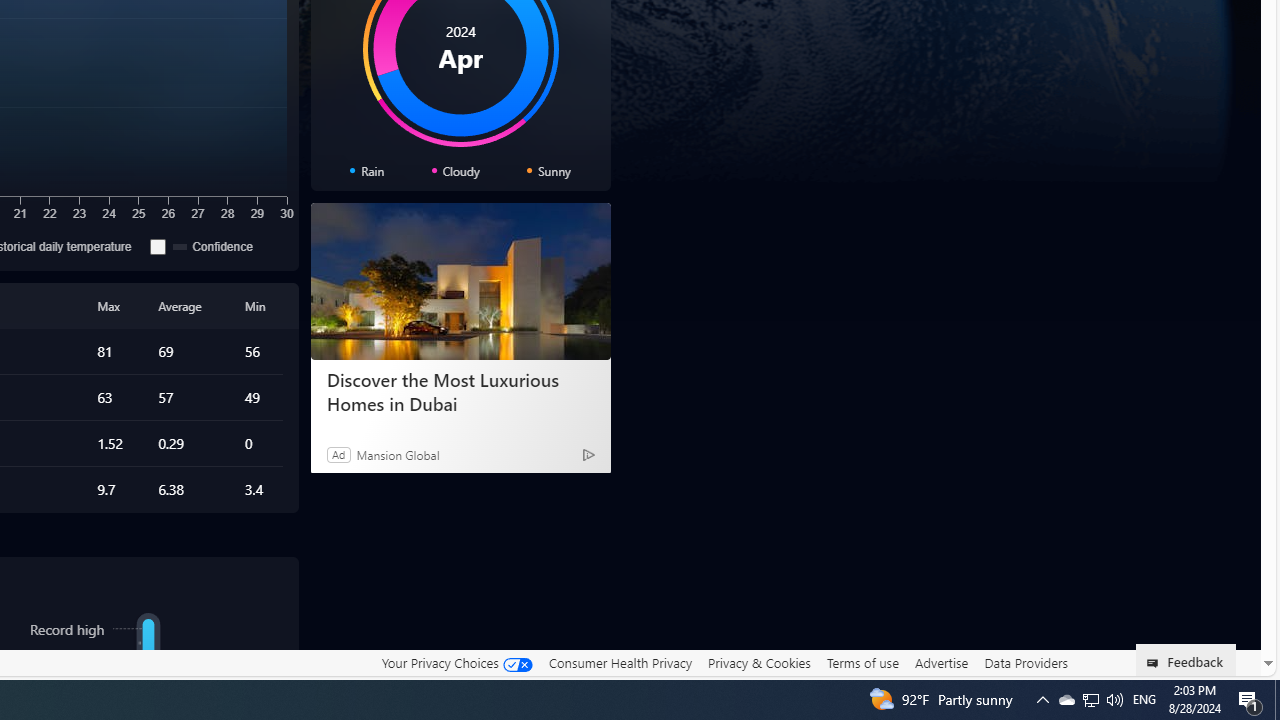 The image size is (1280, 720). Describe the element at coordinates (1025, 663) in the screenshot. I see `'Data Providers'` at that location.